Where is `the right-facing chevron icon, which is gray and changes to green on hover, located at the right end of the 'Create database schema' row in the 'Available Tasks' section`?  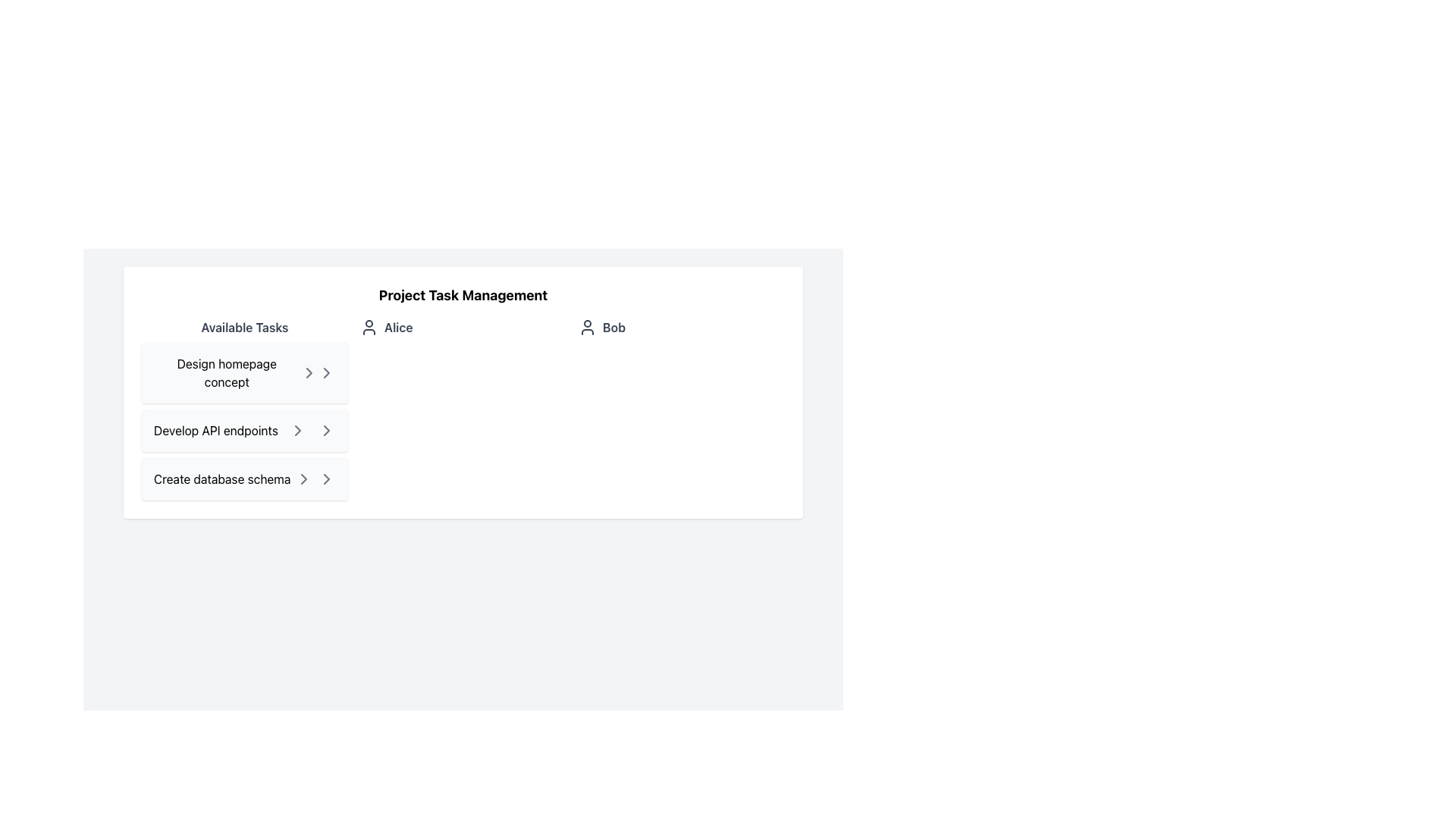 the right-facing chevron icon, which is gray and changes to green on hover, located at the right end of the 'Create database schema' row in the 'Available Tasks' section is located at coordinates (326, 479).